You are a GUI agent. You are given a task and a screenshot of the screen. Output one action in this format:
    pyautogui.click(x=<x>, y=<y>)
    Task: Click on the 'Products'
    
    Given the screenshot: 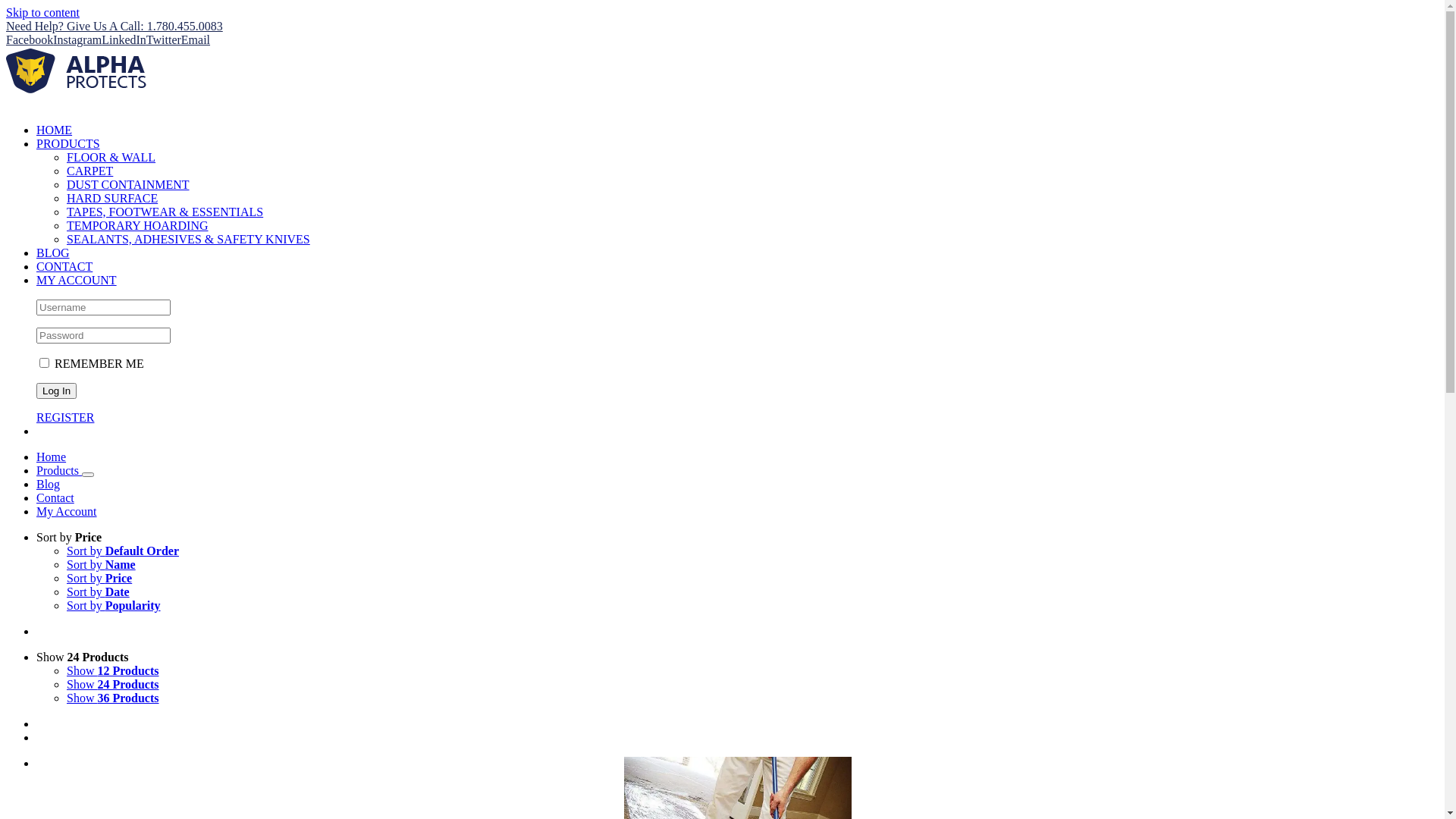 What is the action you would take?
    pyautogui.click(x=58, y=469)
    